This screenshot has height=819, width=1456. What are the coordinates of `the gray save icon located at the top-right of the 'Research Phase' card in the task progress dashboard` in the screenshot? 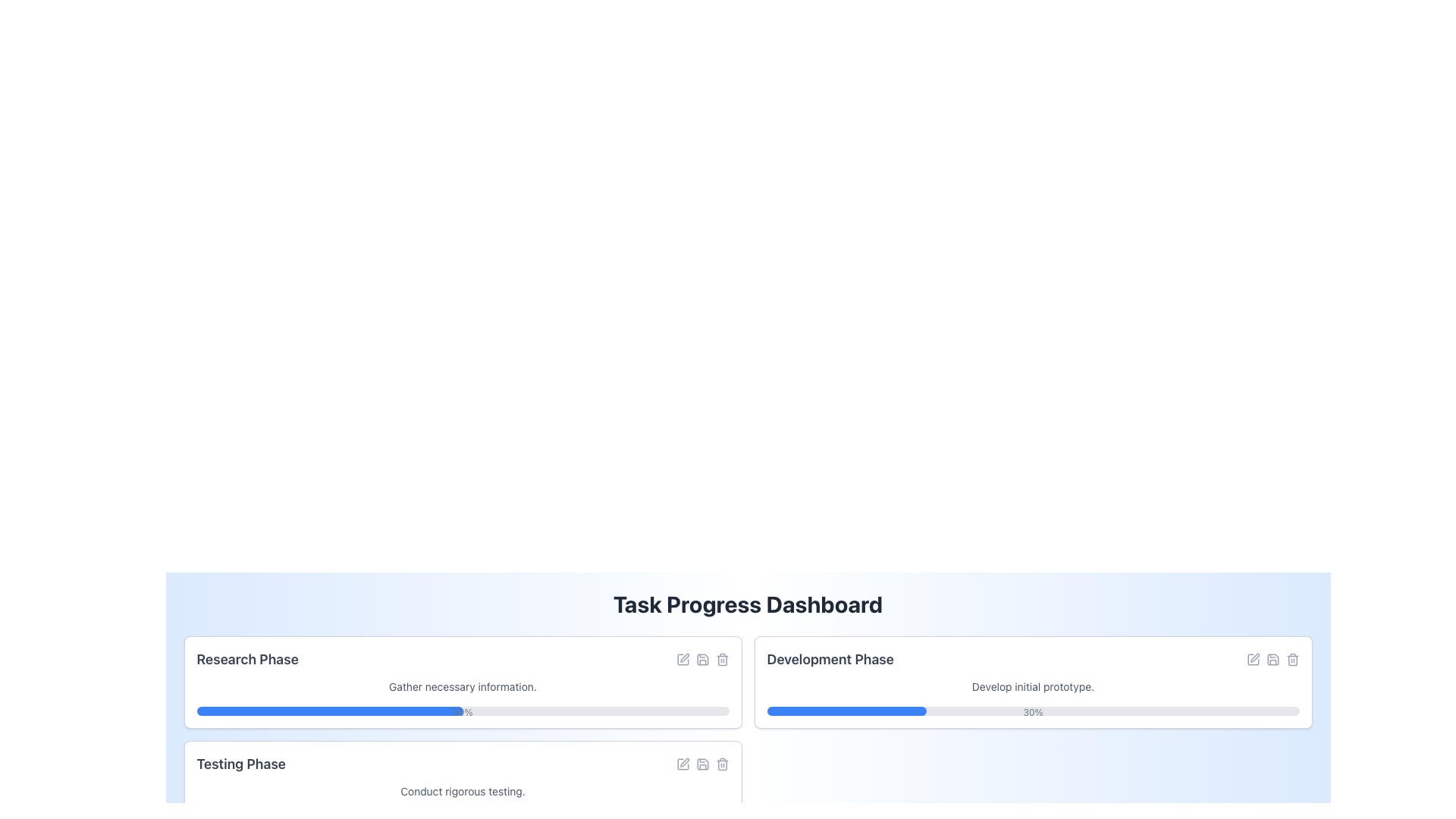 It's located at (701, 659).